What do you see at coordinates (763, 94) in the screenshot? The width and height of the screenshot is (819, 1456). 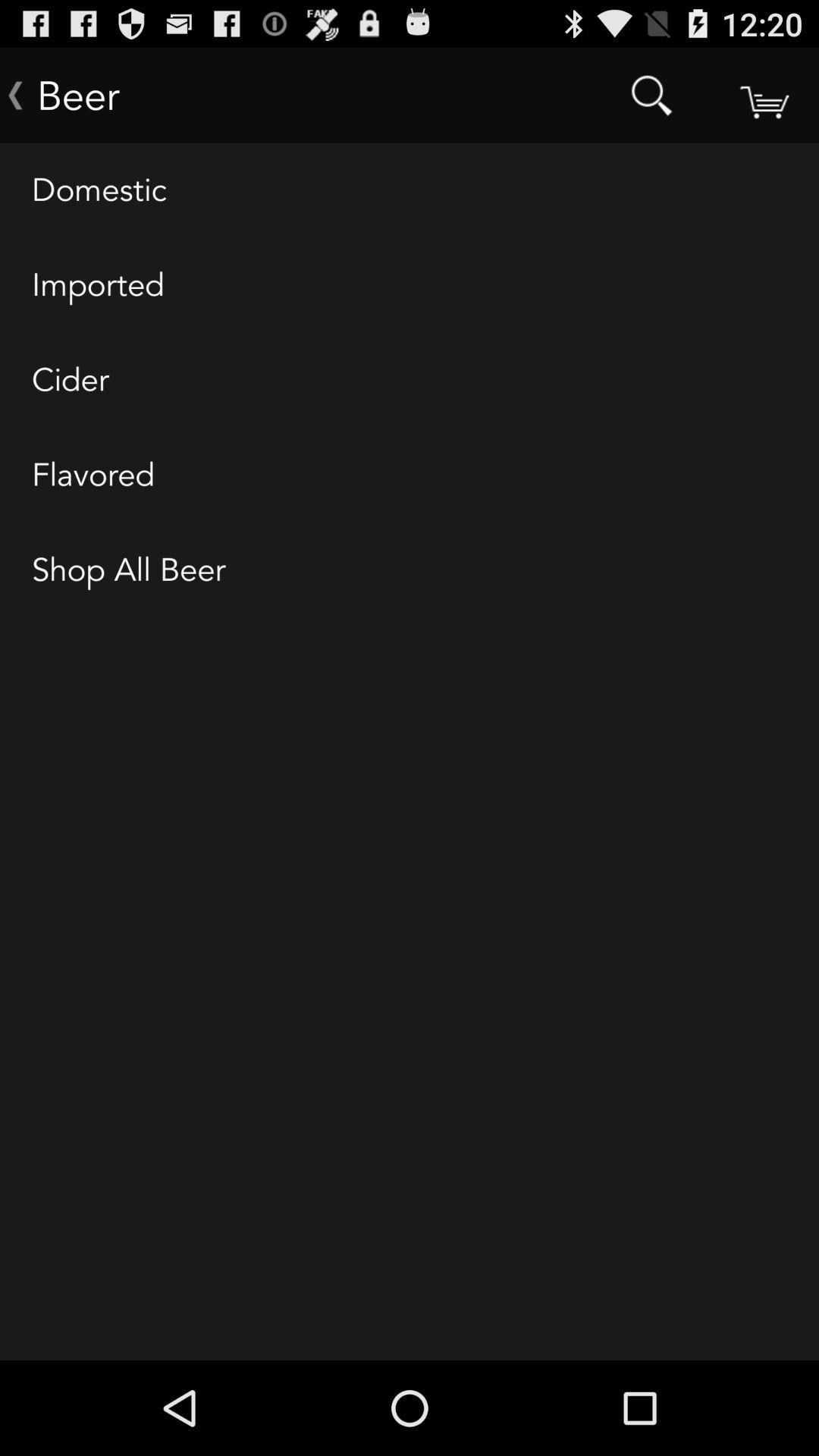 I see `the icon above domestic item` at bounding box center [763, 94].